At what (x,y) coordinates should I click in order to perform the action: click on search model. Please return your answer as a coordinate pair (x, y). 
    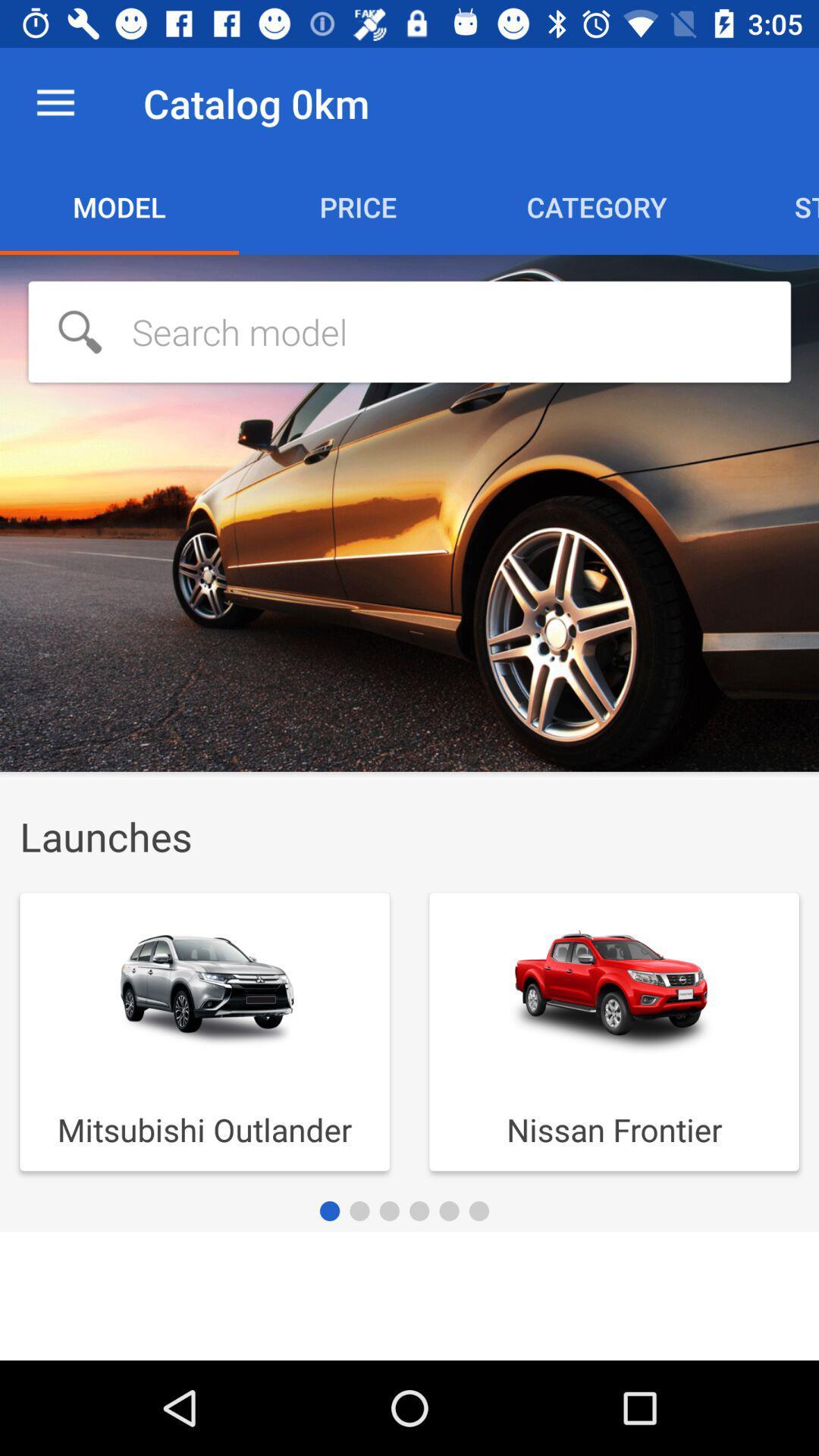
    Looking at the image, I should click on (409, 331).